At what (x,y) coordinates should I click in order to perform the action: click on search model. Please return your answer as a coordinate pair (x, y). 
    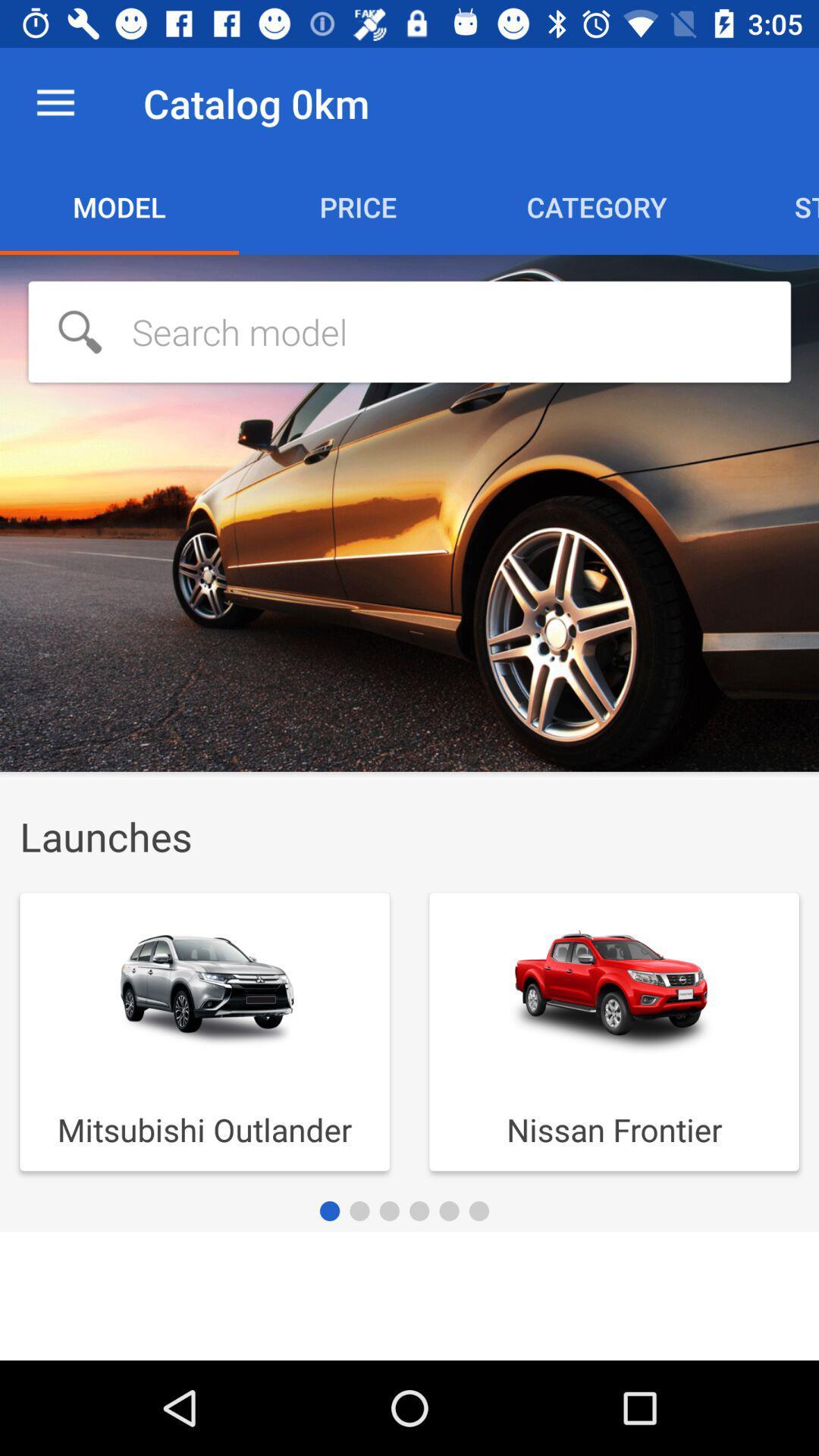
    Looking at the image, I should click on (409, 331).